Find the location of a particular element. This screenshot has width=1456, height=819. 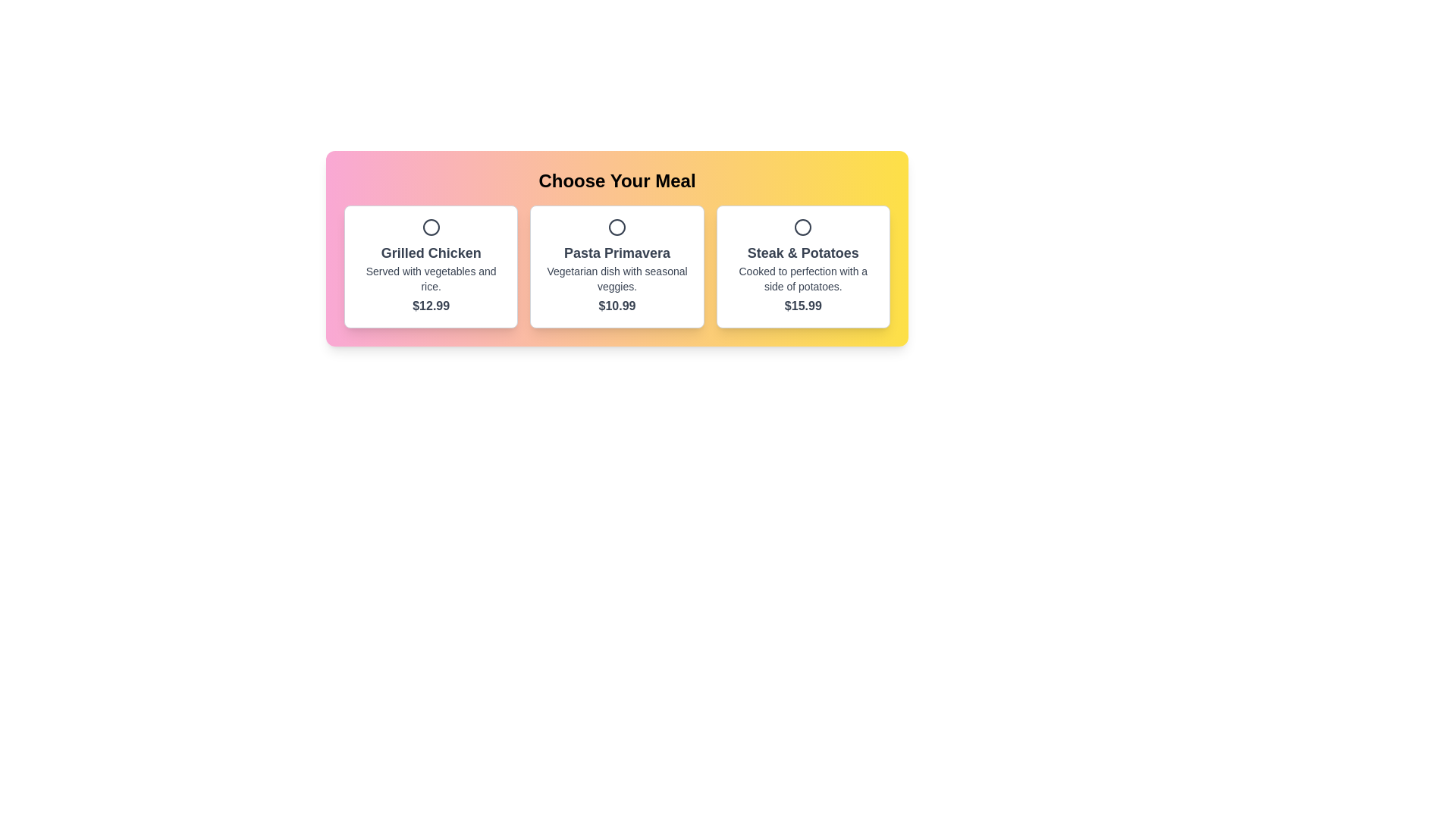

the circular icon above the 'Pasta Primavera' text is located at coordinates (617, 227).